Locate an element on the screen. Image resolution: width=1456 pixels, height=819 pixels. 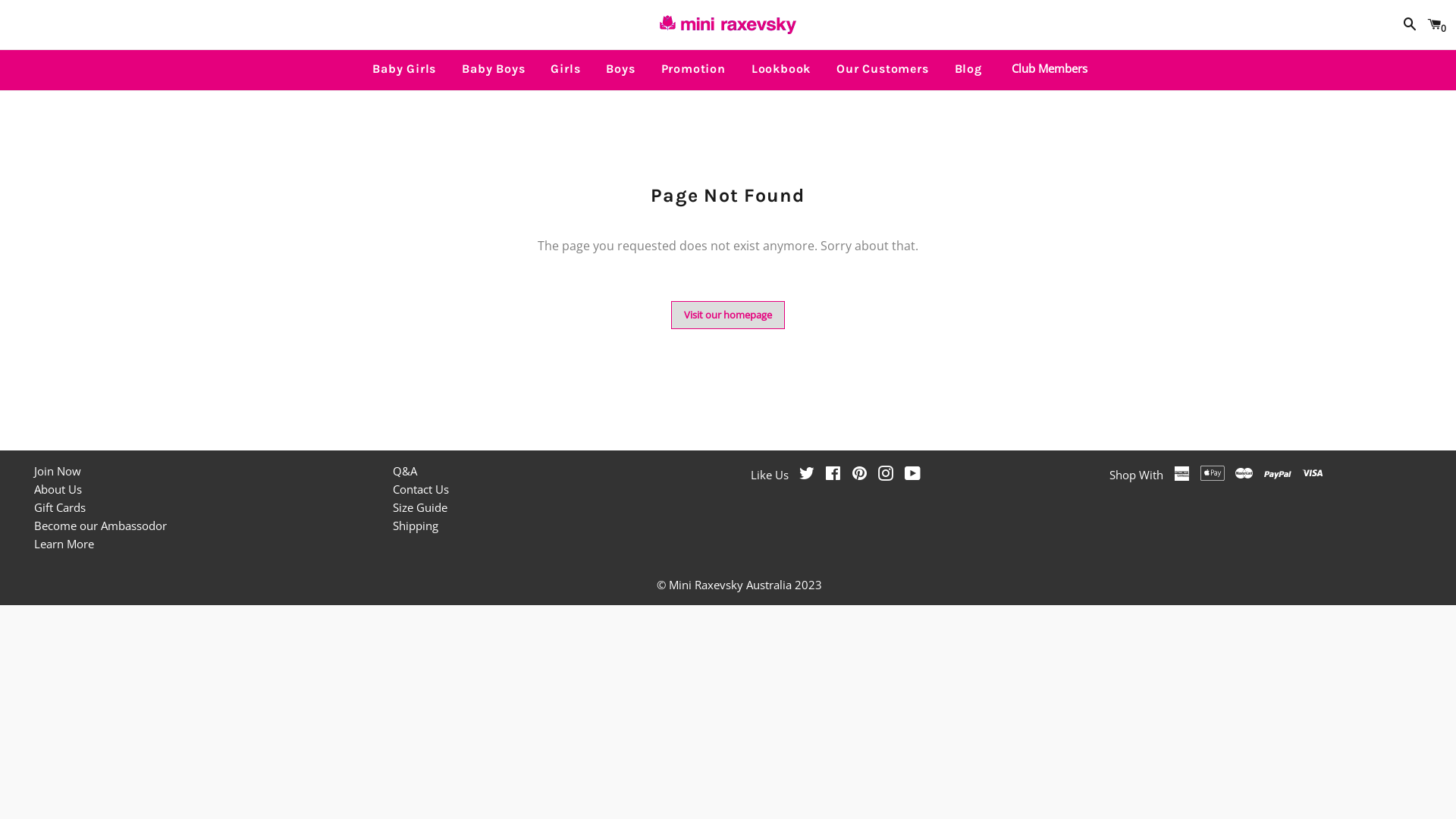
'Baby Boys' is located at coordinates (493, 69).